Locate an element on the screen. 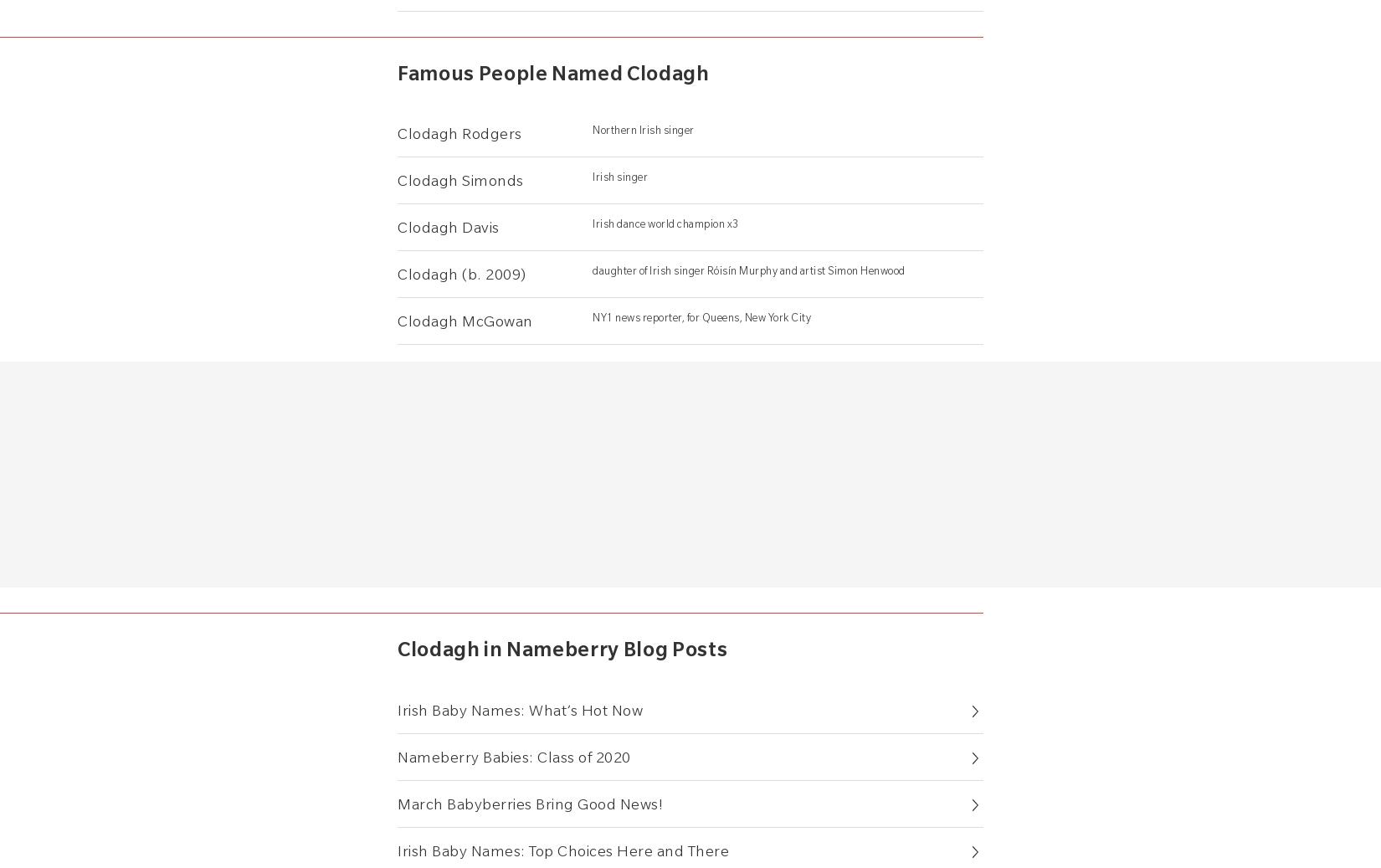 The width and height of the screenshot is (1381, 868). 'daughter of Irish singer Róisín Murphy and artist Simon Henwood' is located at coordinates (748, 270).